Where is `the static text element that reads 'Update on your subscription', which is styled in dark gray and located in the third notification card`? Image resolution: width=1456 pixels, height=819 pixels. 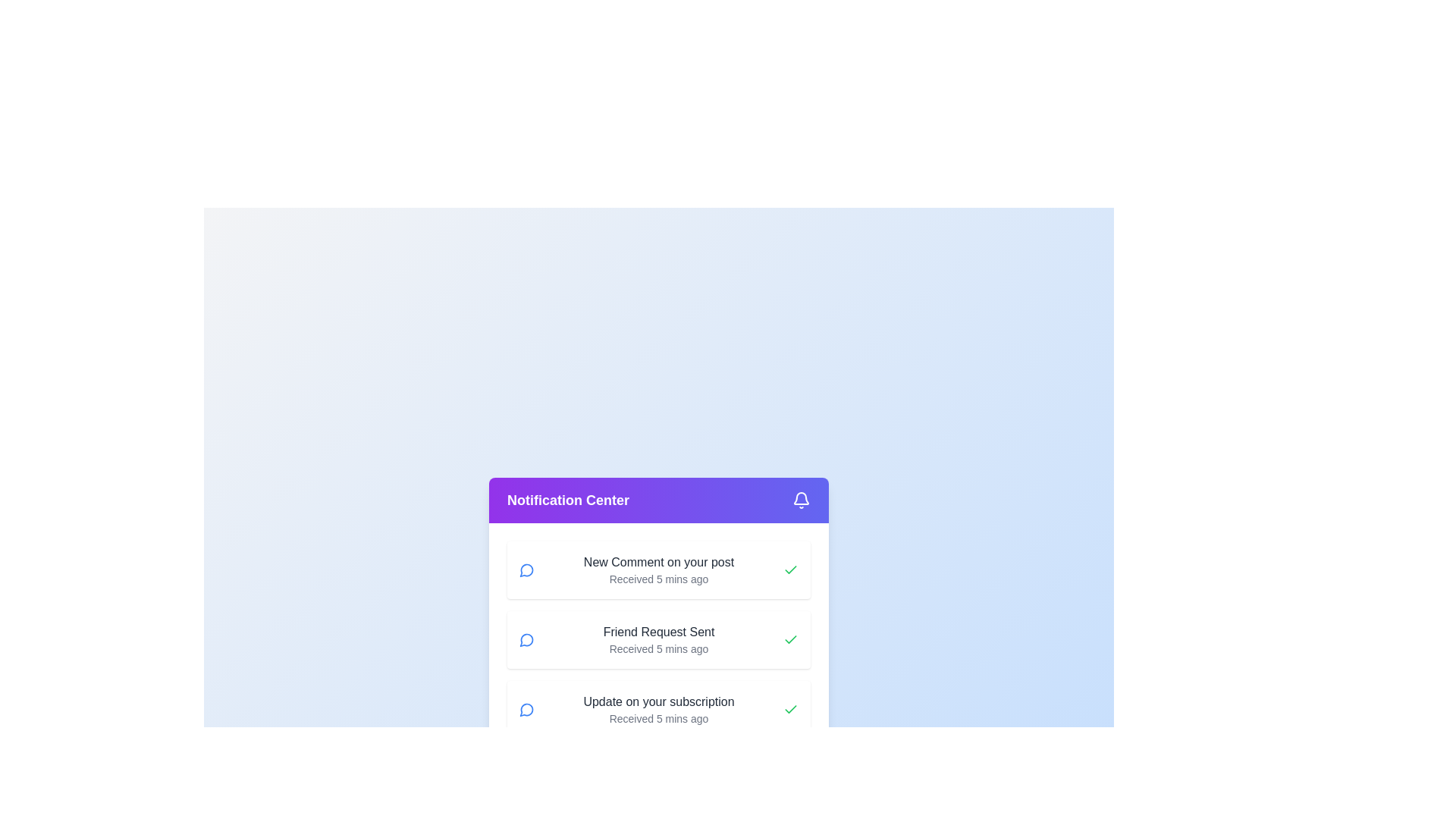 the static text element that reads 'Update on your subscription', which is styled in dark gray and located in the third notification card is located at coordinates (658, 701).